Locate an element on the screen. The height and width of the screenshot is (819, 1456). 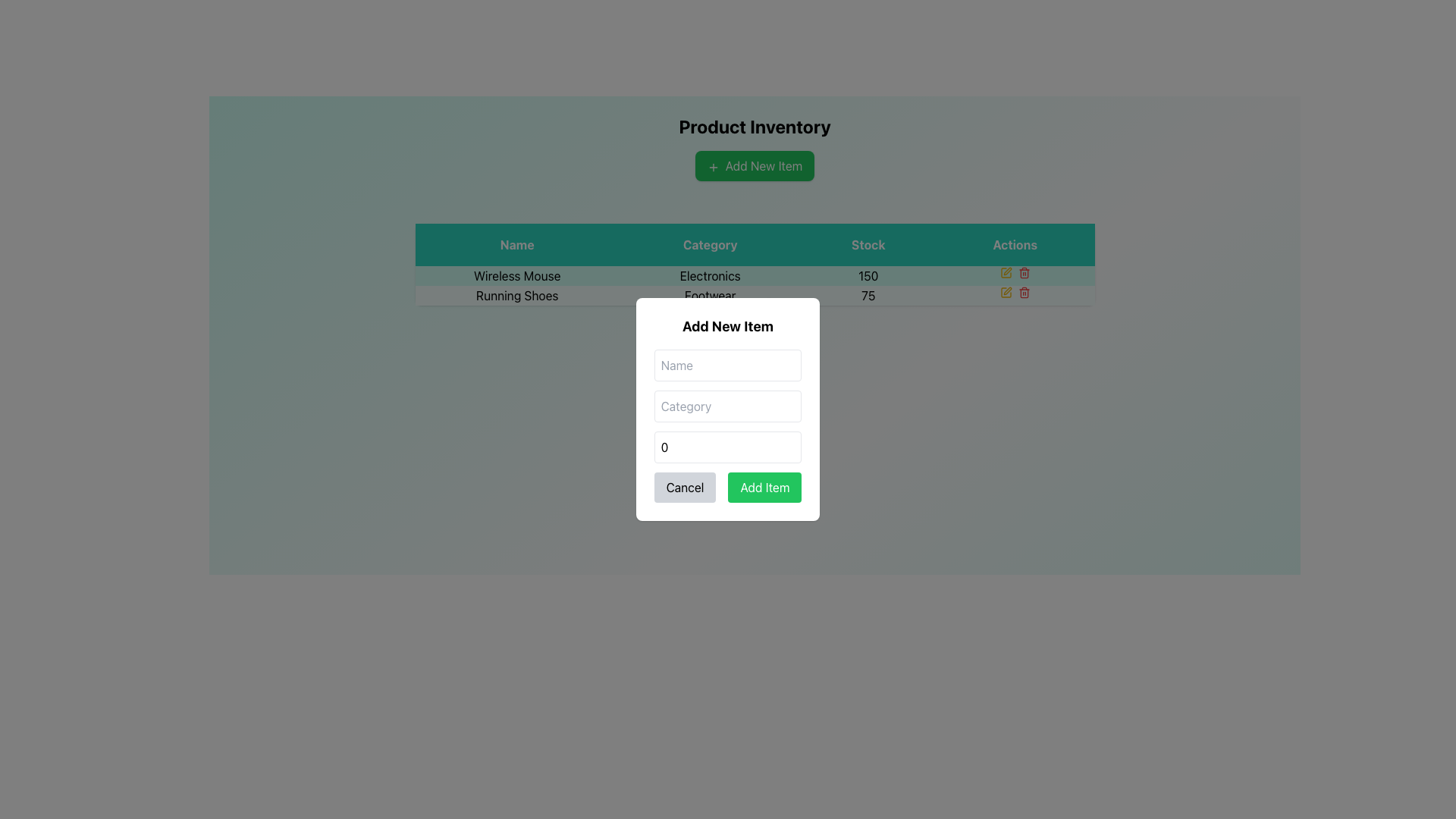
the Interactive icon located in the 'Actions' column of the second row of the table is located at coordinates (1024, 271).